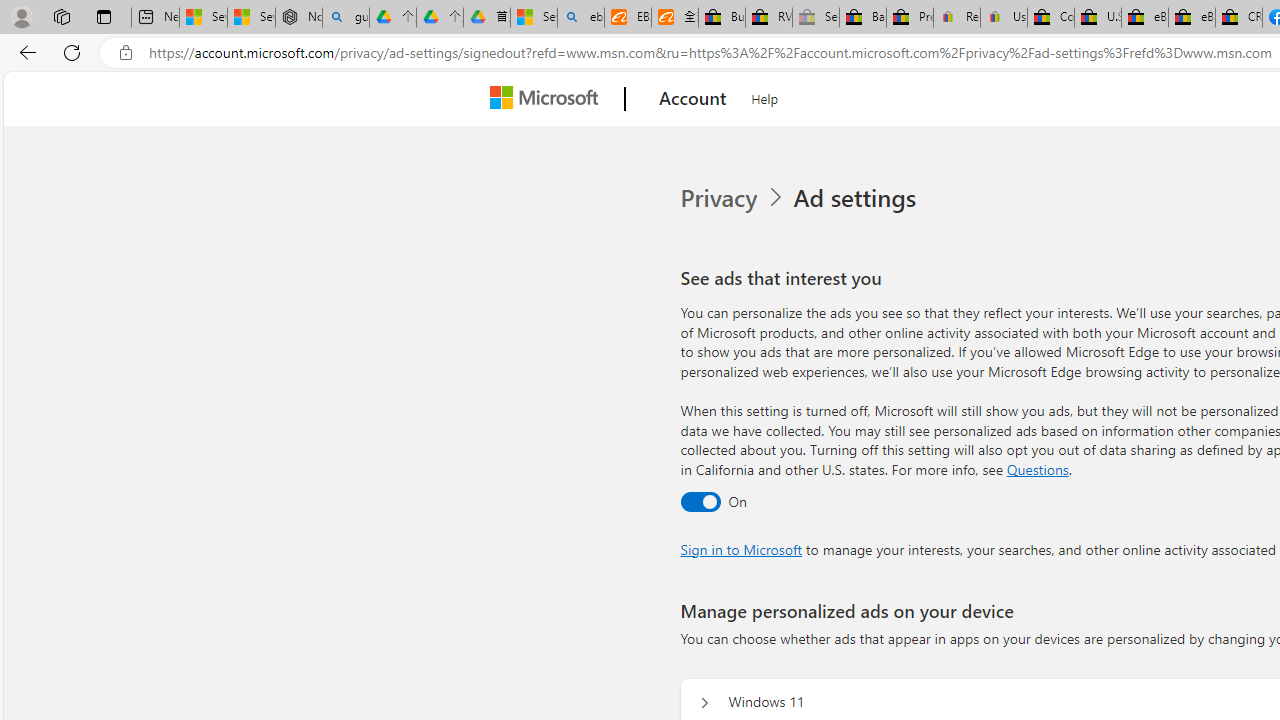 This screenshot has width=1280, height=720. Describe the element at coordinates (720, 17) in the screenshot. I see `'Buy Auto Parts & Accessories | eBay'` at that location.